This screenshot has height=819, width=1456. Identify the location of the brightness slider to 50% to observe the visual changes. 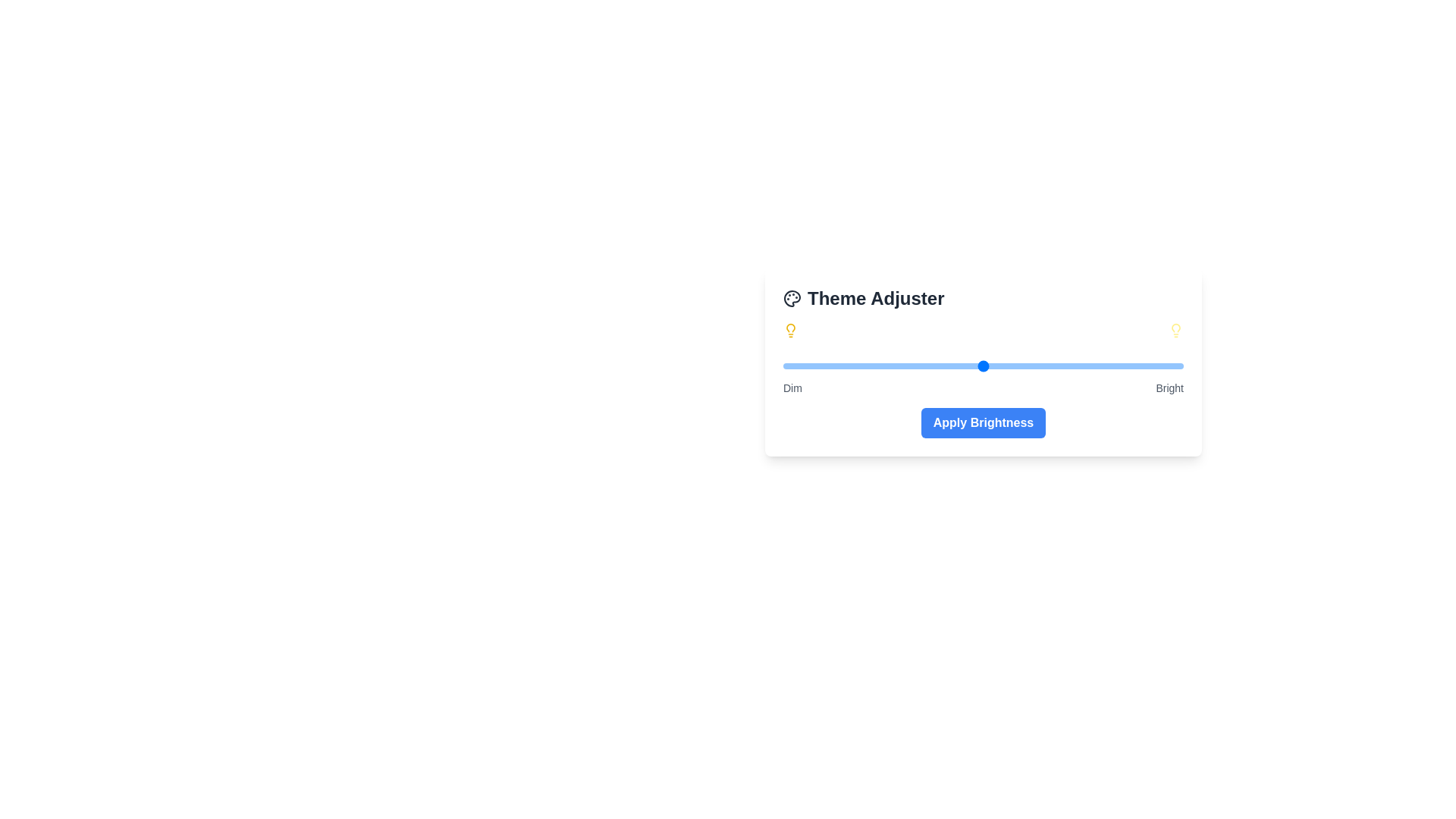
(983, 366).